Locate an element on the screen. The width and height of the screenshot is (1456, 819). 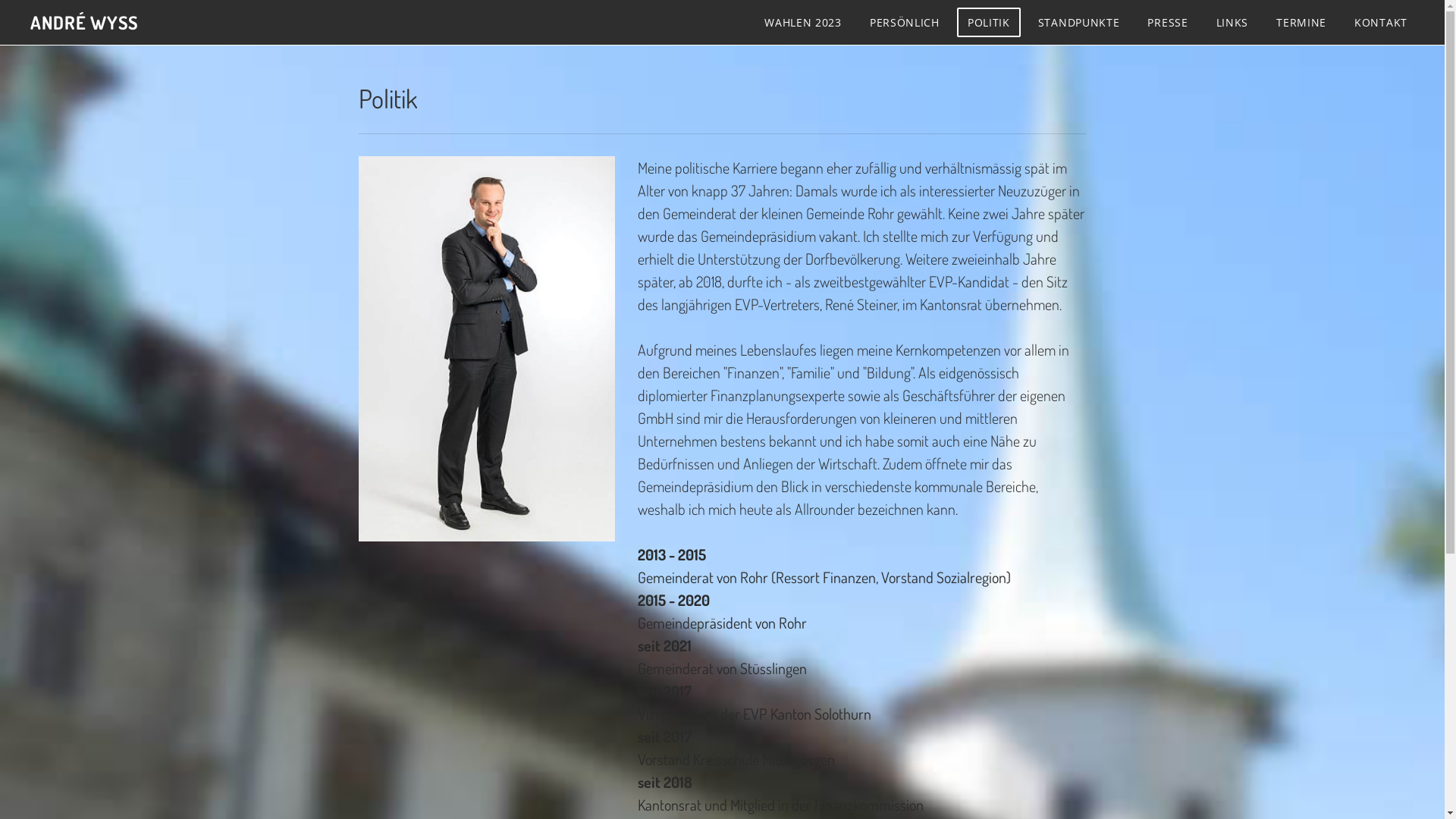
'LINKS' is located at coordinates (1232, 22).